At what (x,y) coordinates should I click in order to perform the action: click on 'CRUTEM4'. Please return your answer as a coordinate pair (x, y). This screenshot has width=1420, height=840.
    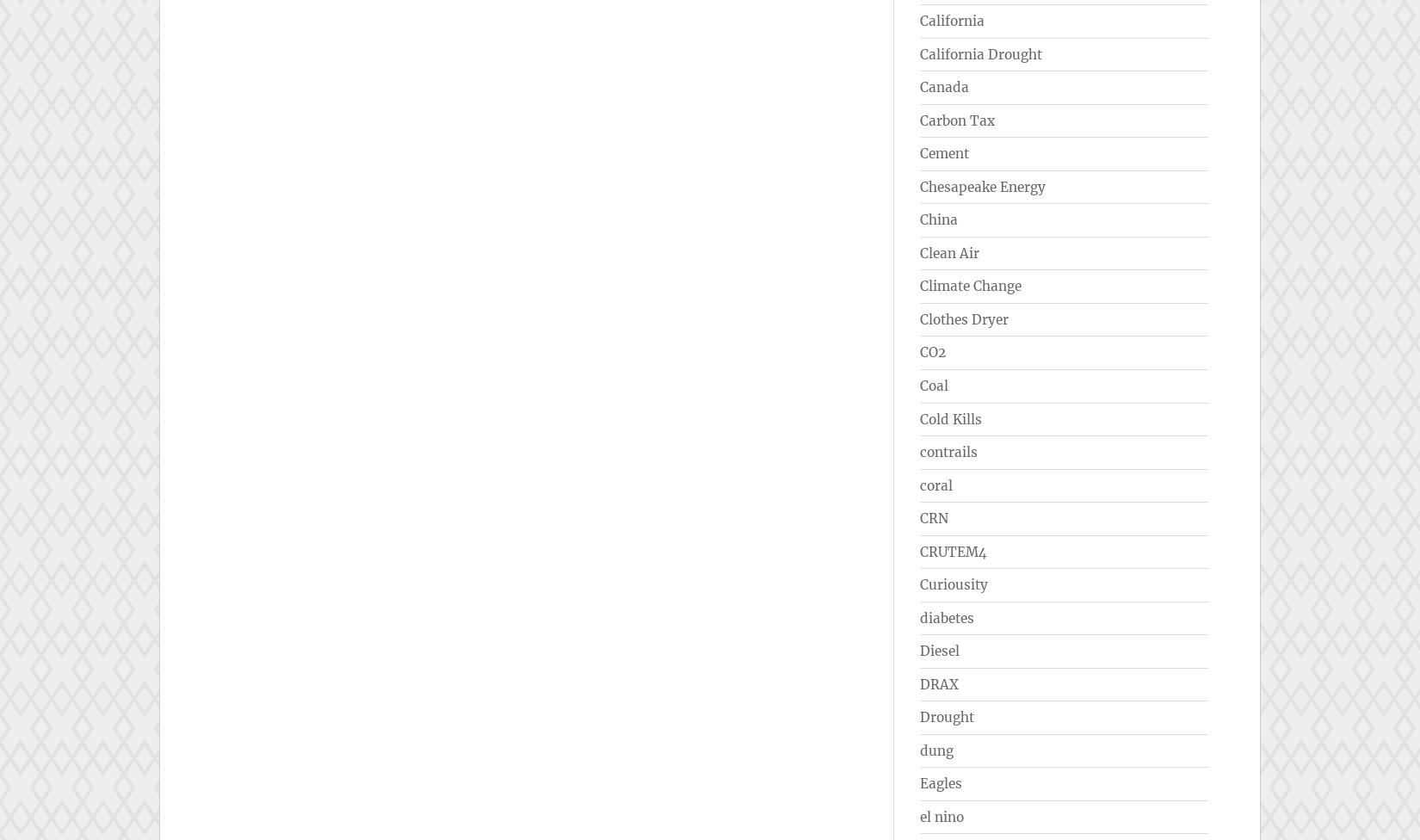
    Looking at the image, I should click on (953, 550).